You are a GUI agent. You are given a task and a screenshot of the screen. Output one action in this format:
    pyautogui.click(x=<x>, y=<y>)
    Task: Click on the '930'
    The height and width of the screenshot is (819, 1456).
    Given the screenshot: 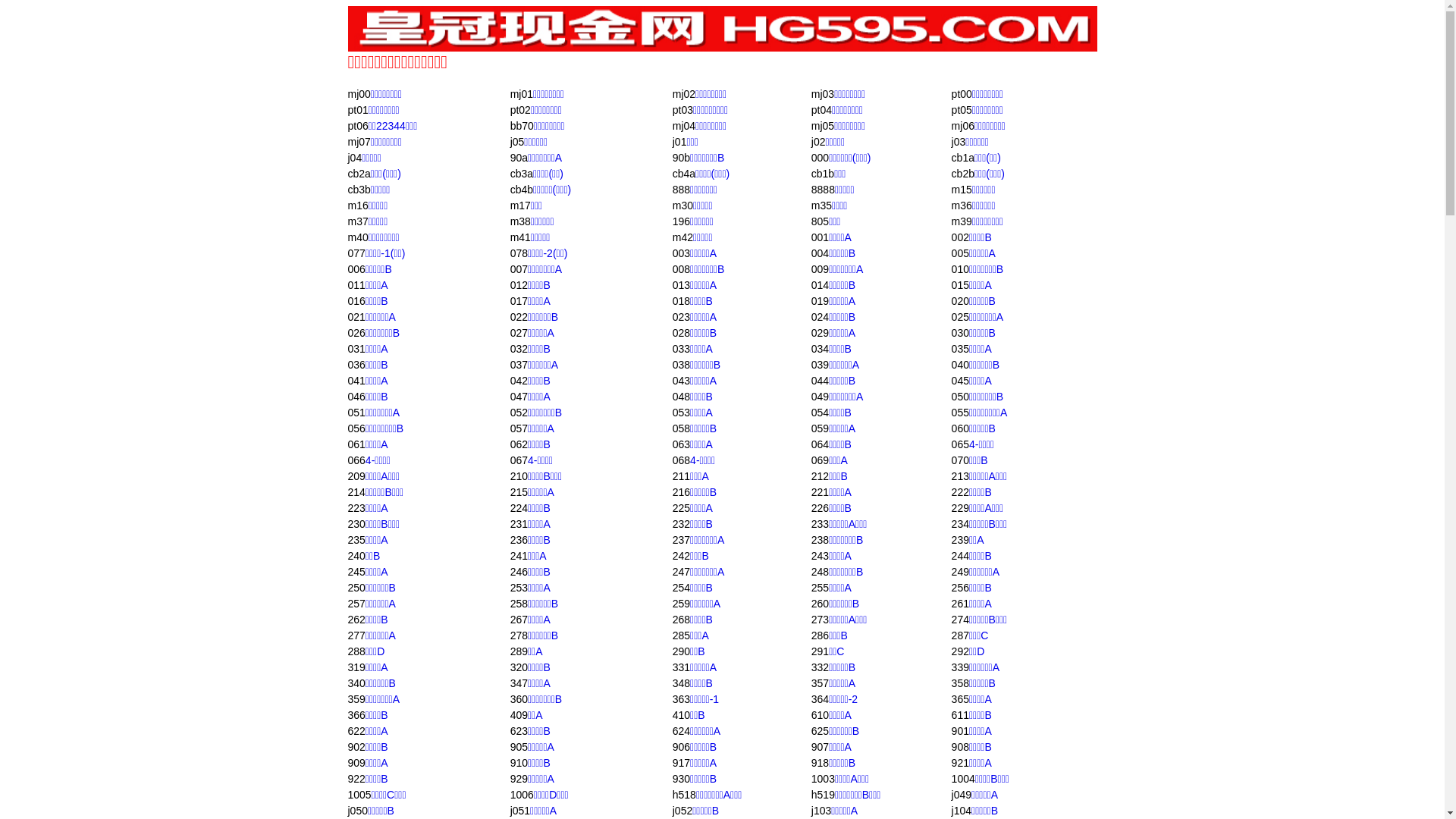 What is the action you would take?
    pyautogui.click(x=680, y=778)
    